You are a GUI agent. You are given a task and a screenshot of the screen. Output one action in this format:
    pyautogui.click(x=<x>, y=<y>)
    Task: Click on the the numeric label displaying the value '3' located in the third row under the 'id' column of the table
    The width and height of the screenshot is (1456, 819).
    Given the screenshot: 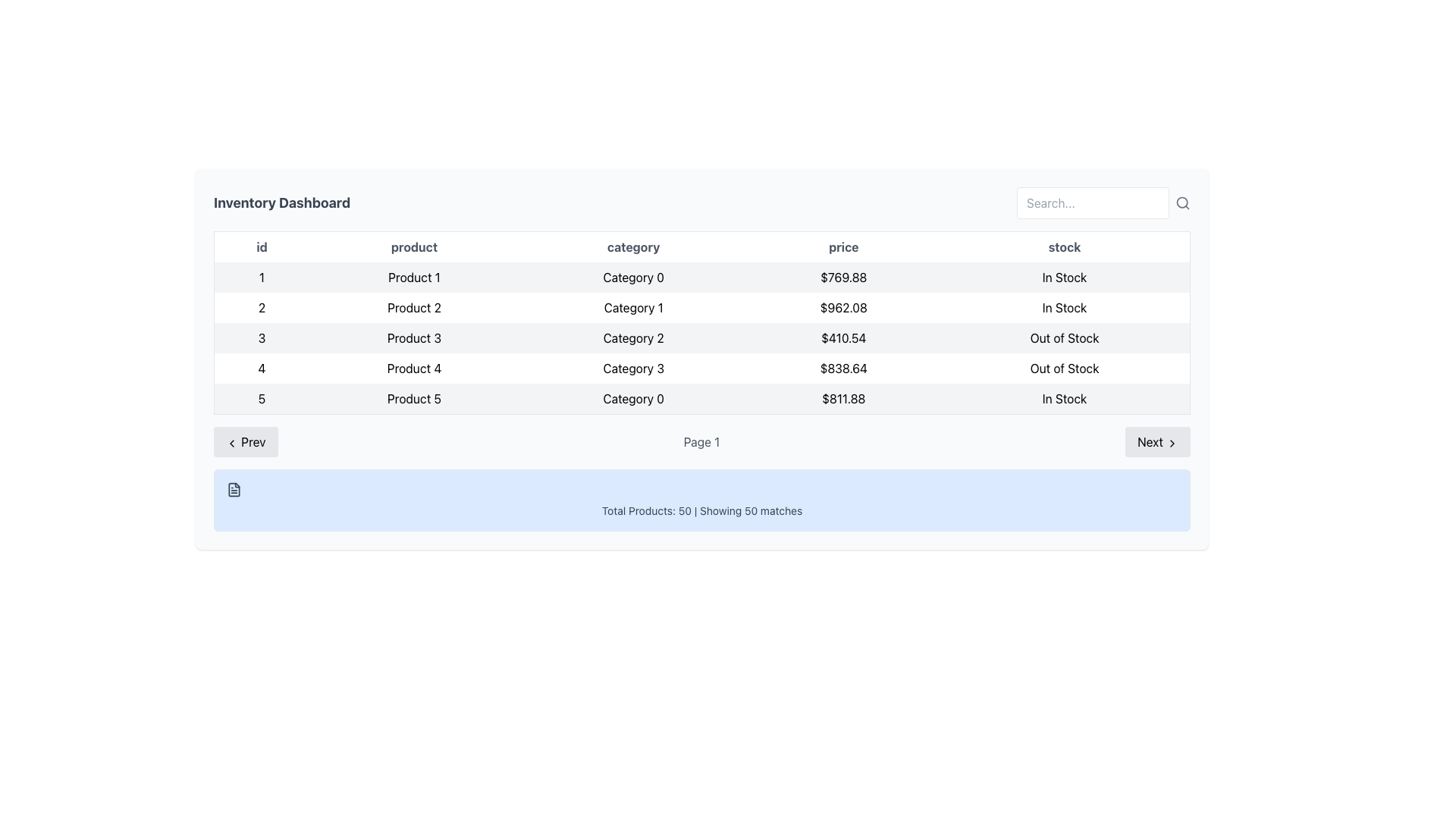 What is the action you would take?
    pyautogui.click(x=262, y=337)
    